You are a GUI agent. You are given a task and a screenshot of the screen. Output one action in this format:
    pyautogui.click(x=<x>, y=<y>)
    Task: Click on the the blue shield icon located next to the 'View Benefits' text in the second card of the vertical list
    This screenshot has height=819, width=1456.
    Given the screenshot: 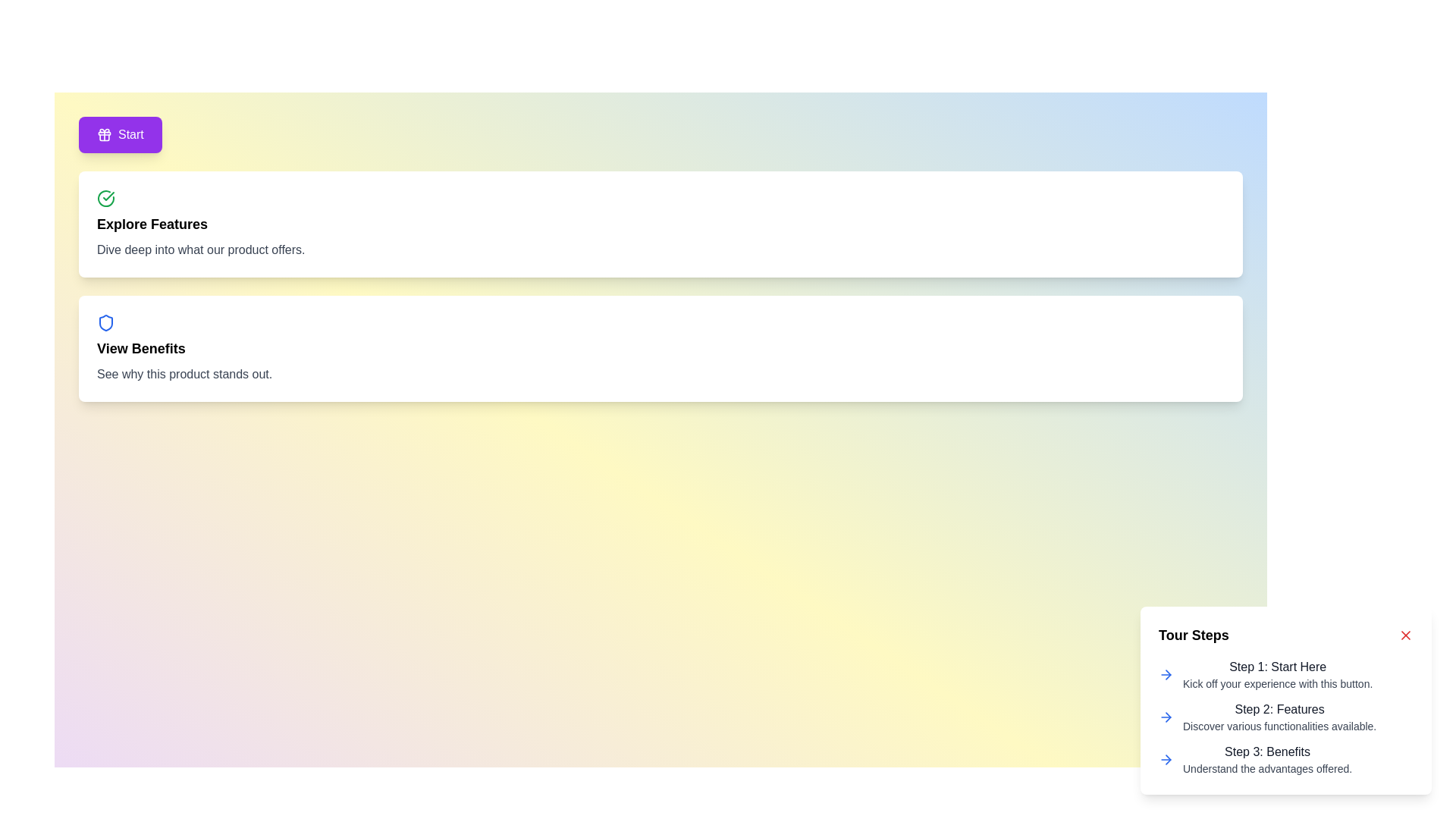 What is the action you would take?
    pyautogui.click(x=105, y=322)
    